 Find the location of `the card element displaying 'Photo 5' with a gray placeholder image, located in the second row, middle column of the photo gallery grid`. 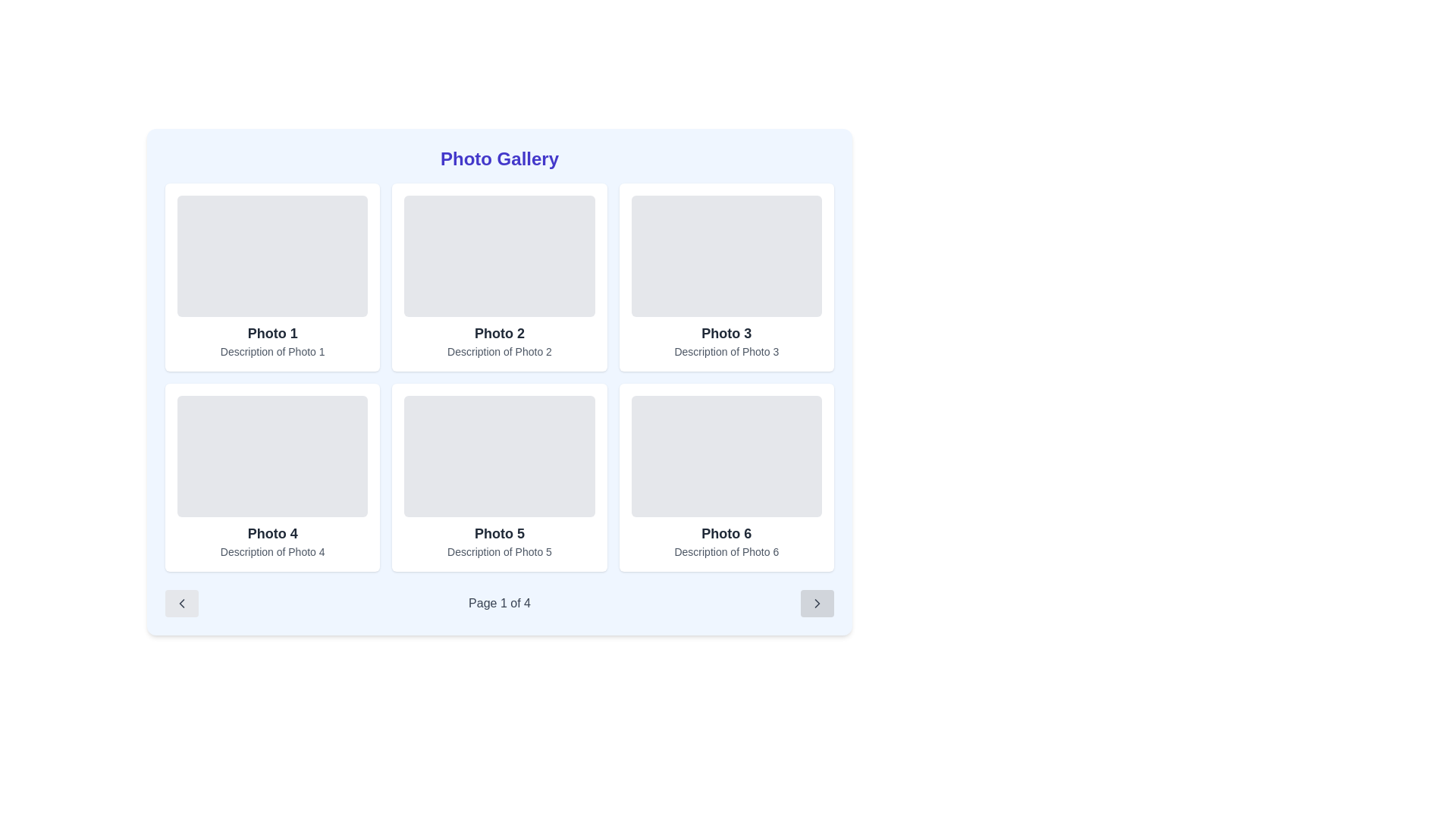

the card element displaying 'Photo 5' with a gray placeholder image, located in the second row, middle column of the photo gallery grid is located at coordinates (499, 476).